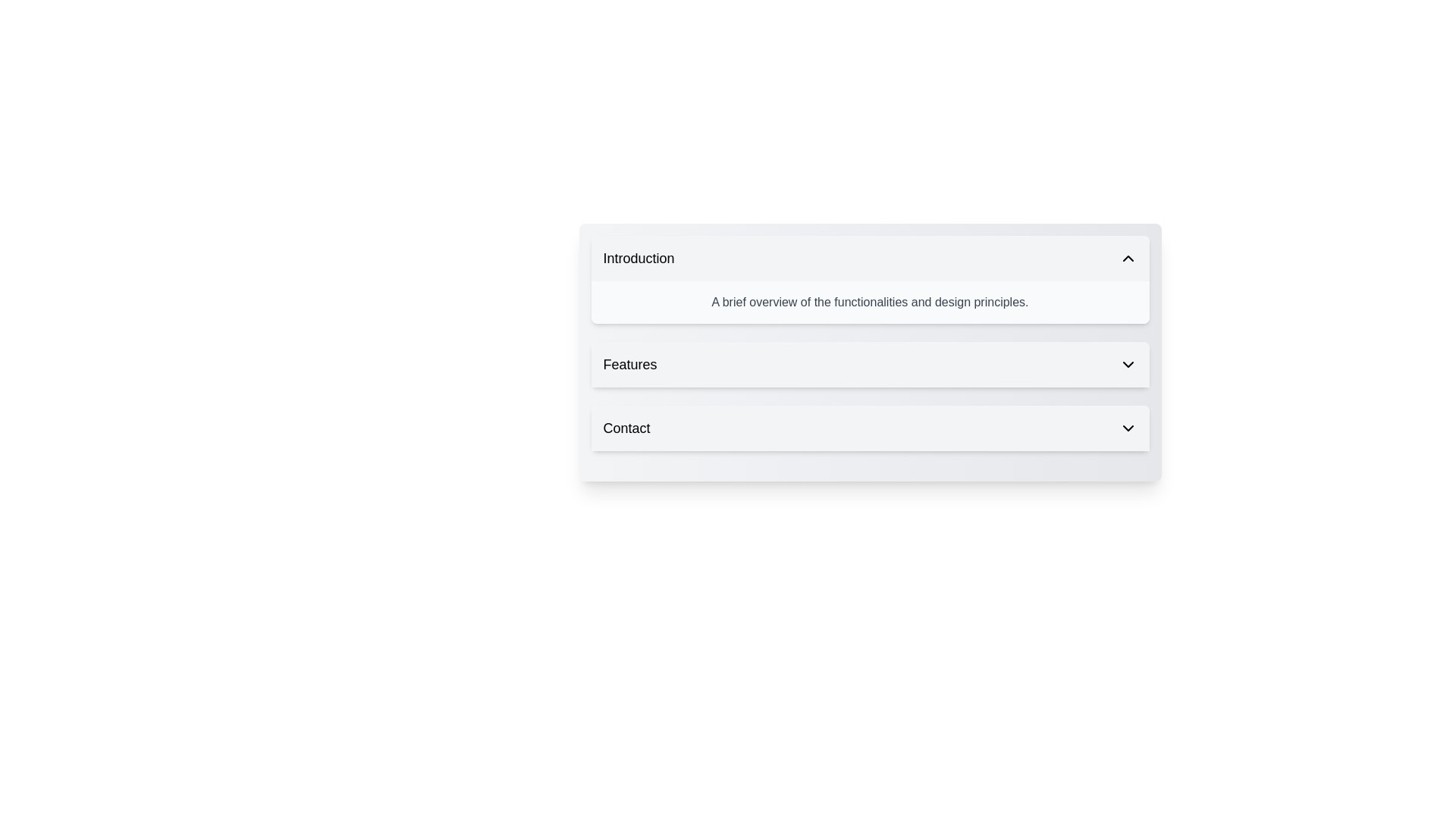 The image size is (1456, 819). What do you see at coordinates (1128, 365) in the screenshot?
I see `the downward-pointing chevron icon, which indicates the collapsible nature of the 'Features' section in the accordion interface` at bounding box center [1128, 365].